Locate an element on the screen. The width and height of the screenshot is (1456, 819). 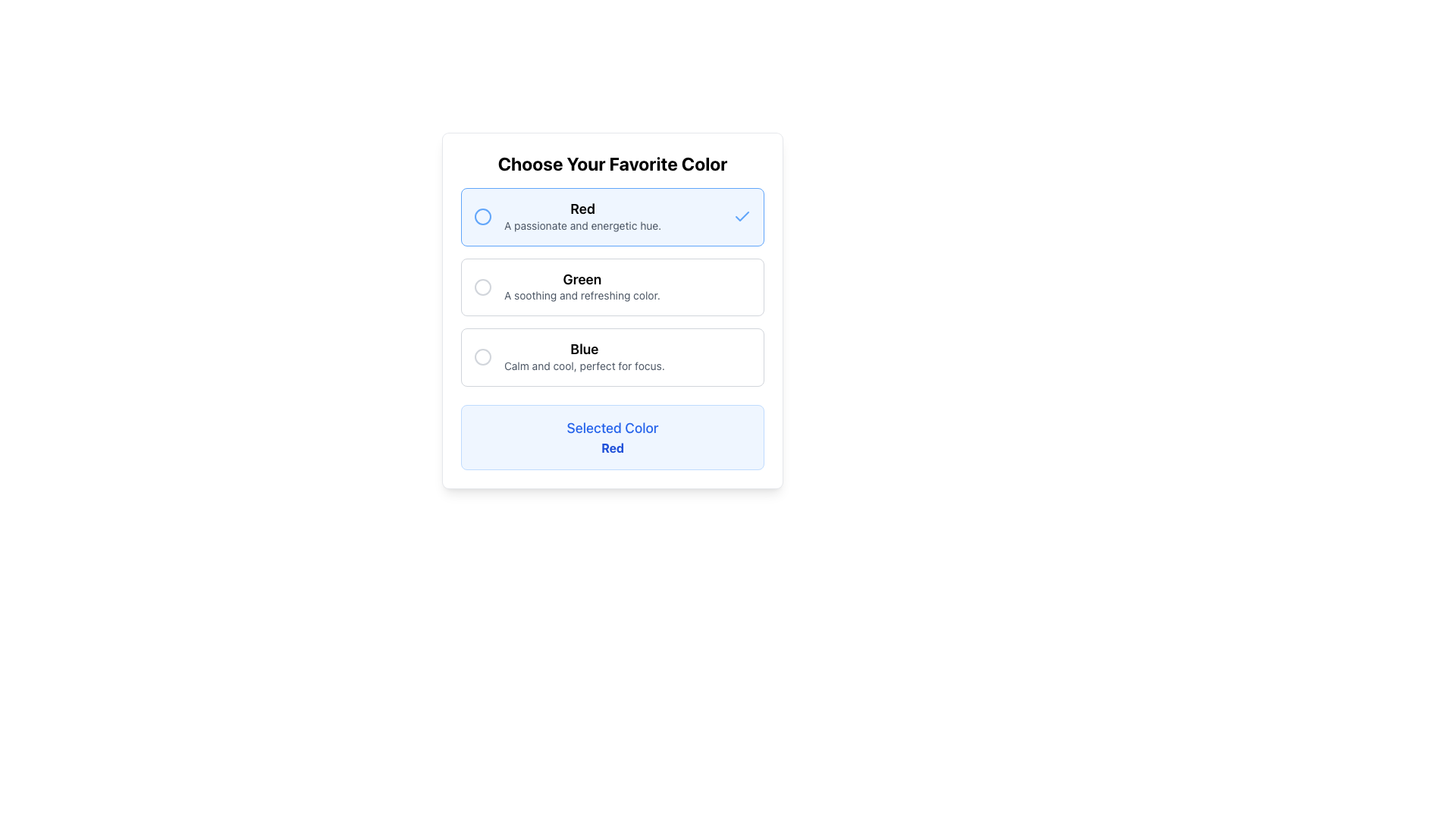
the text label 'Selected Color' which is styled with a medium-sized blue font and is part of a light blue background box with rounded corners is located at coordinates (612, 428).